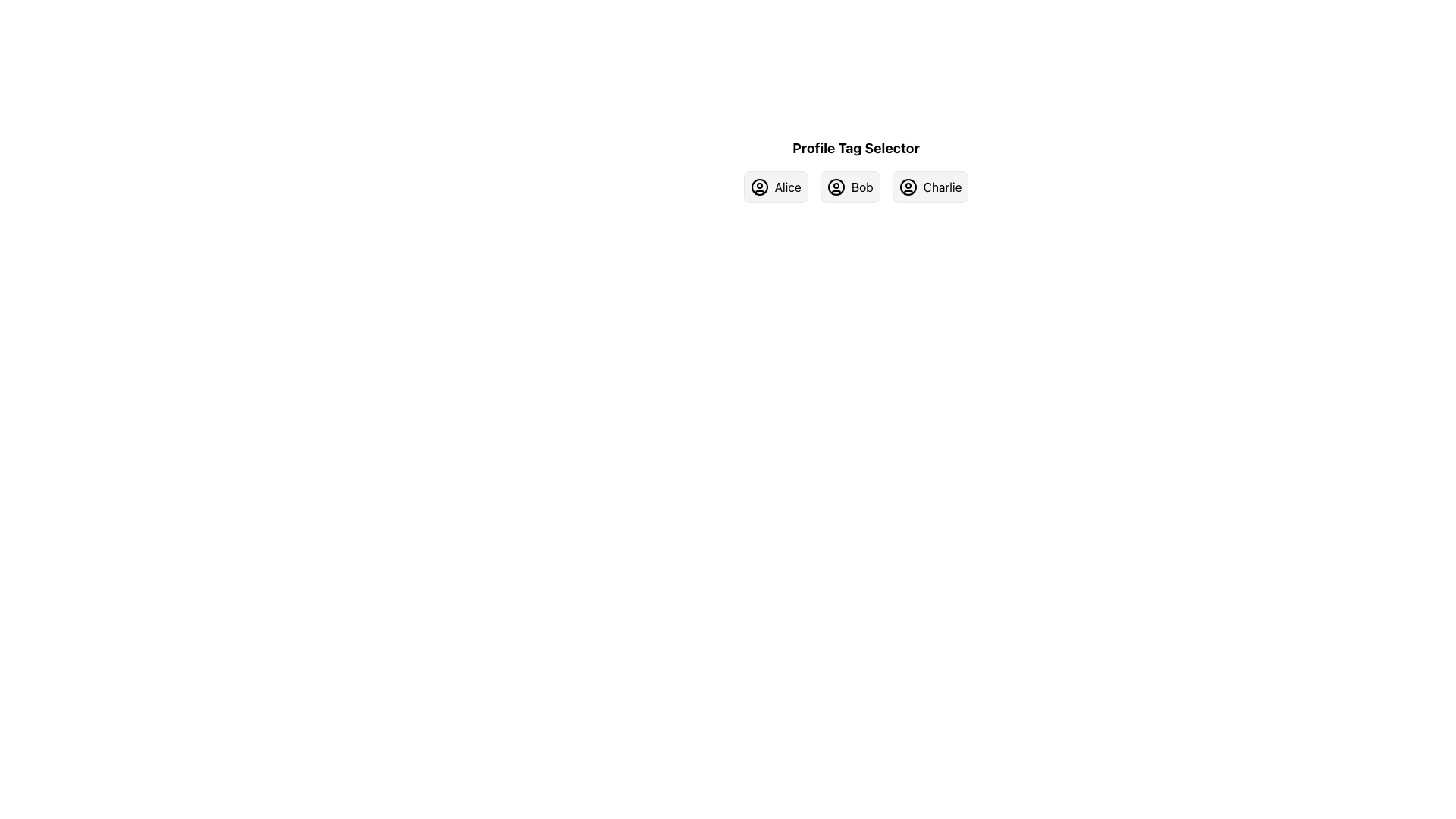  Describe the element at coordinates (788, 186) in the screenshot. I see `the text label displaying the name 'Alice', which is located within the second button of the 'Profile Tag Selector' row` at that location.